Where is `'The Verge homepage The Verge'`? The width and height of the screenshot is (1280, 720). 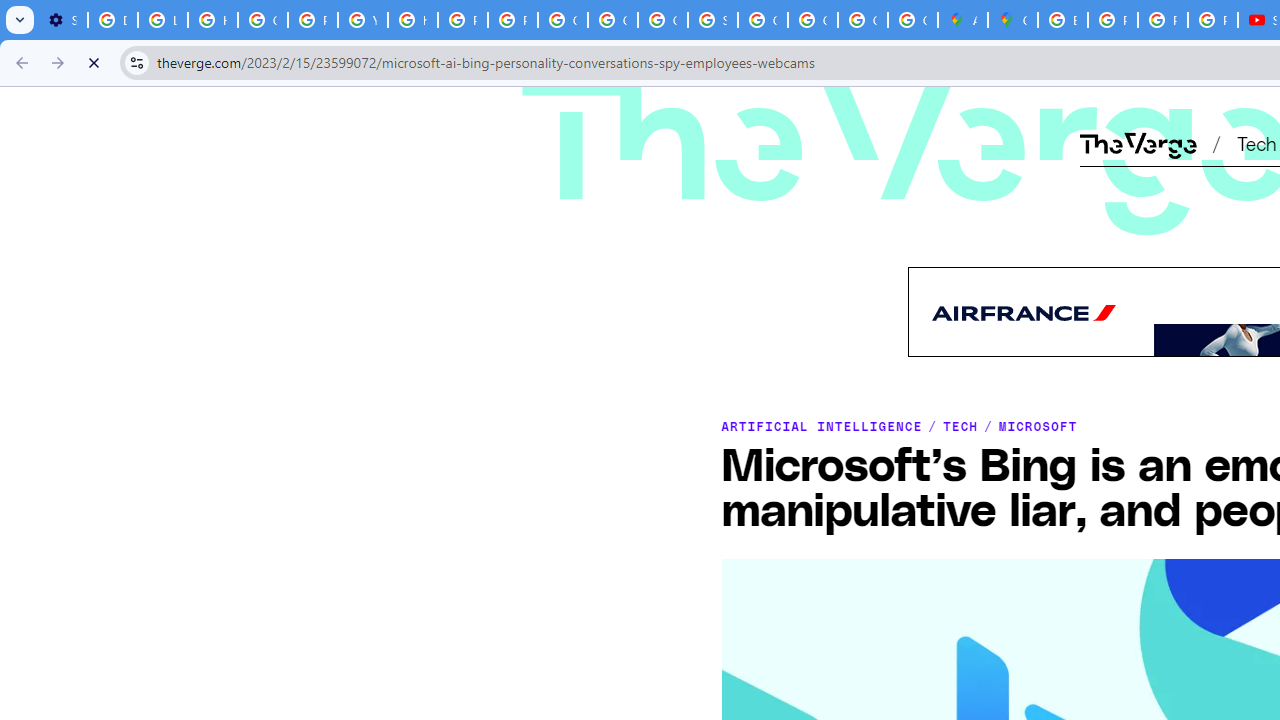 'The Verge homepage The Verge' is located at coordinates (1137, 142).